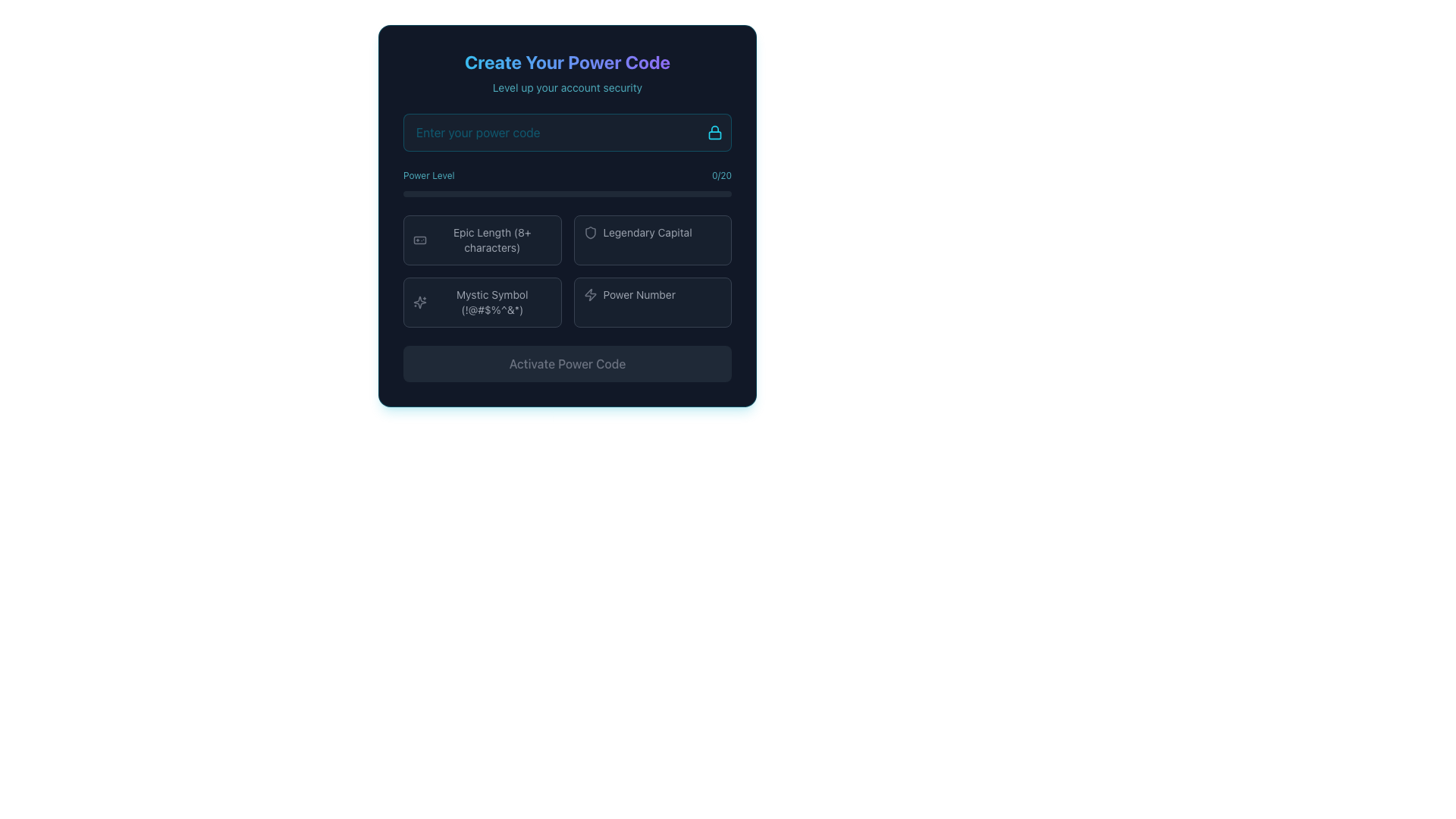 The width and height of the screenshot is (1456, 819). I want to click on the 'Power Number' icon and text label combination located in the bottom-right quadrant of the layout, so click(652, 295).